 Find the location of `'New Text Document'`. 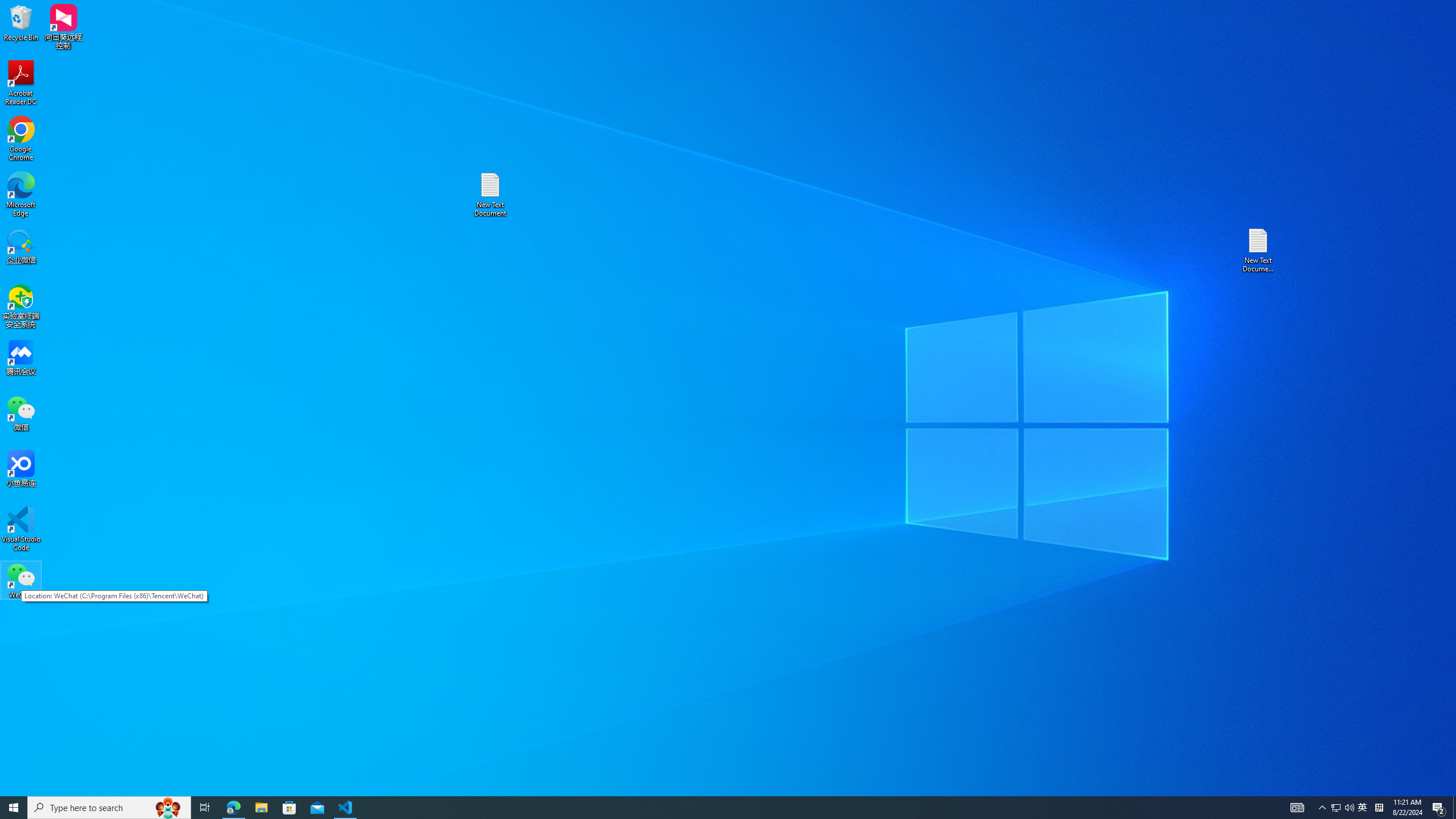

'New Text Document' is located at coordinates (489, 194).